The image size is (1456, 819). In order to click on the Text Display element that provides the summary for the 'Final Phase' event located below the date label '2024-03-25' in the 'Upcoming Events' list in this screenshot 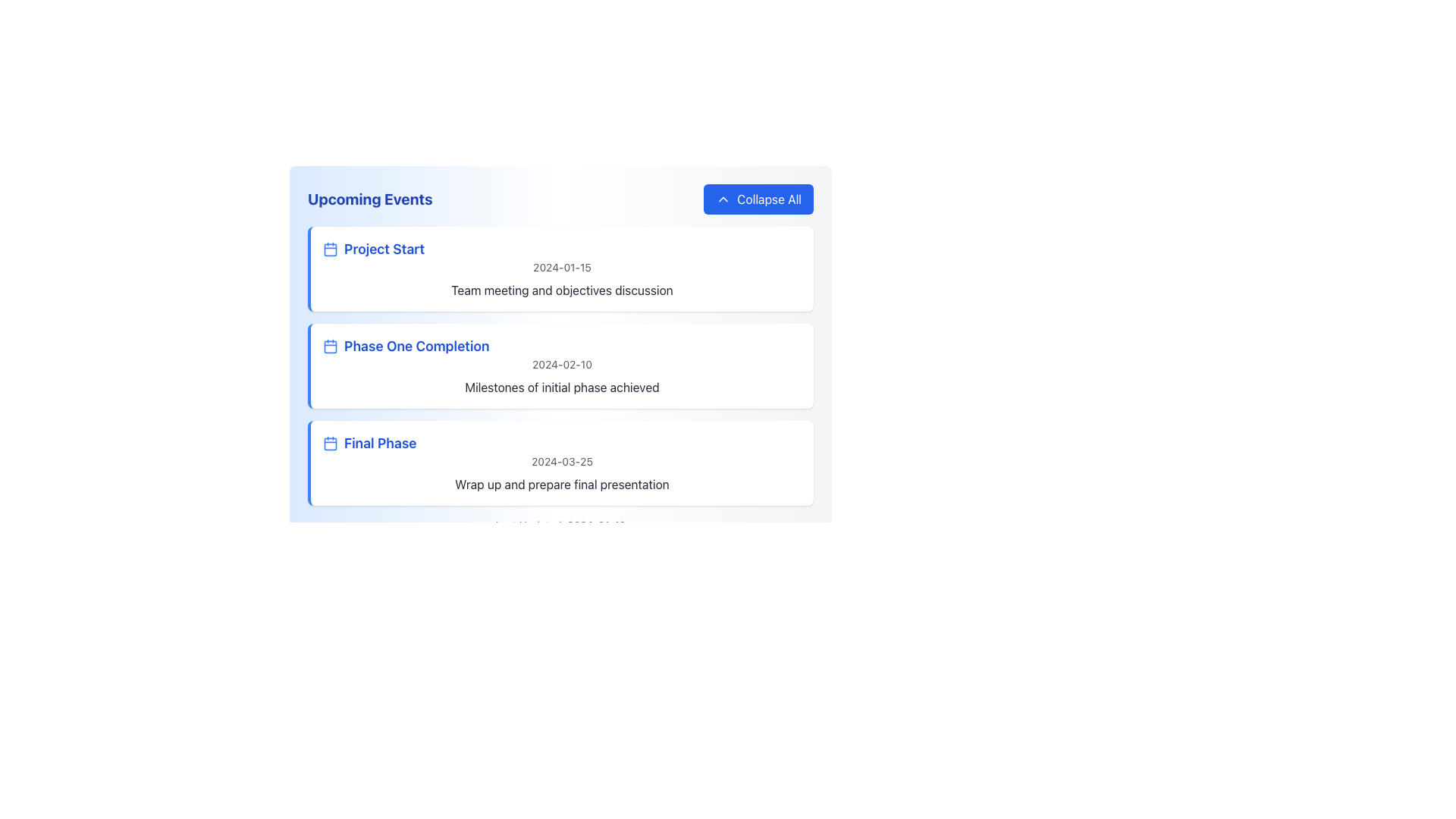, I will do `click(561, 485)`.